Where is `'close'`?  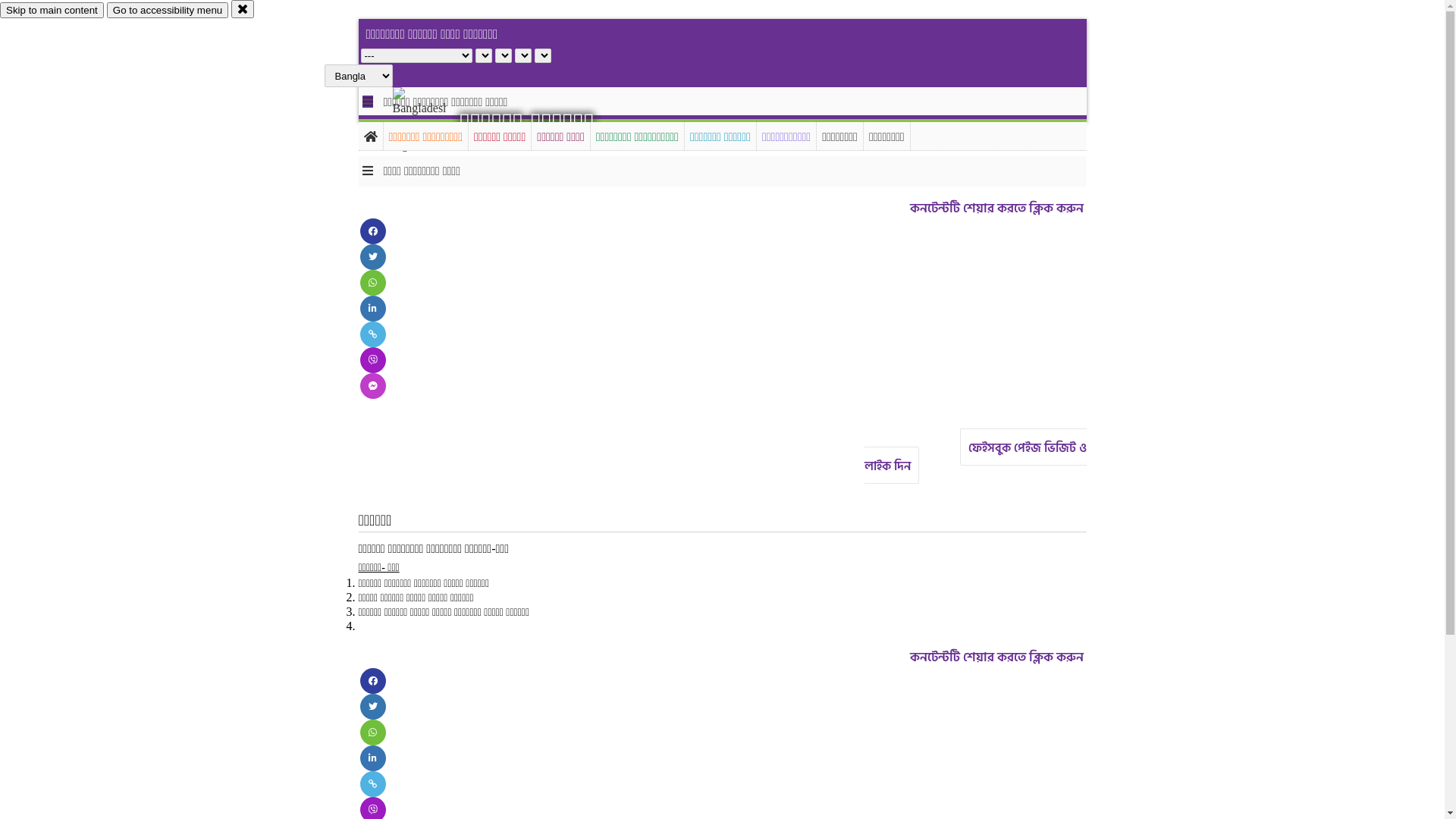
'close' is located at coordinates (243, 8).